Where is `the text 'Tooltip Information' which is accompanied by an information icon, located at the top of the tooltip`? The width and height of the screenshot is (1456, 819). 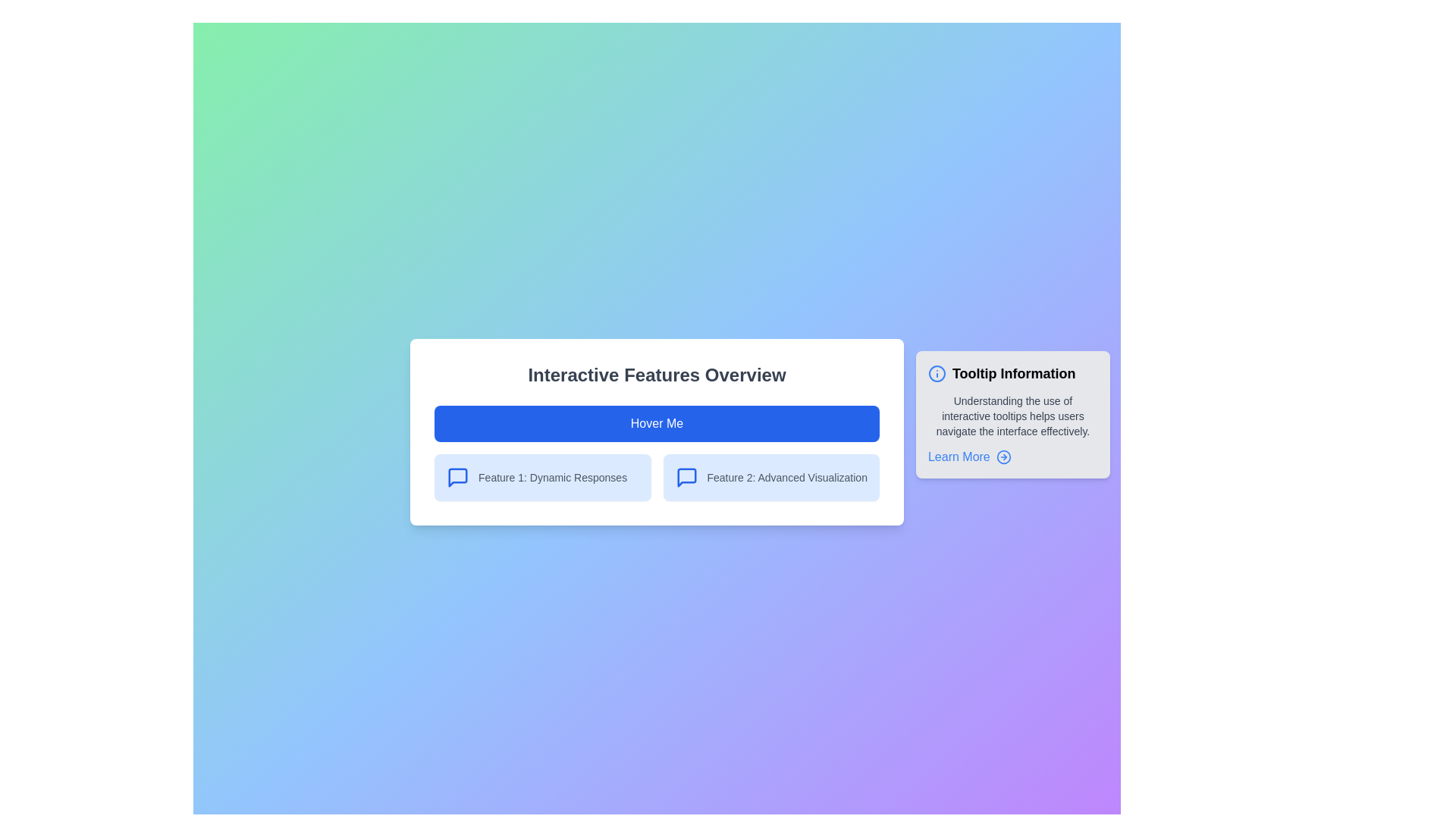
the text 'Tooltip Information' which is accompanied by an information icon, located at the top of the tooltip is located at coordinates (1012, 374).